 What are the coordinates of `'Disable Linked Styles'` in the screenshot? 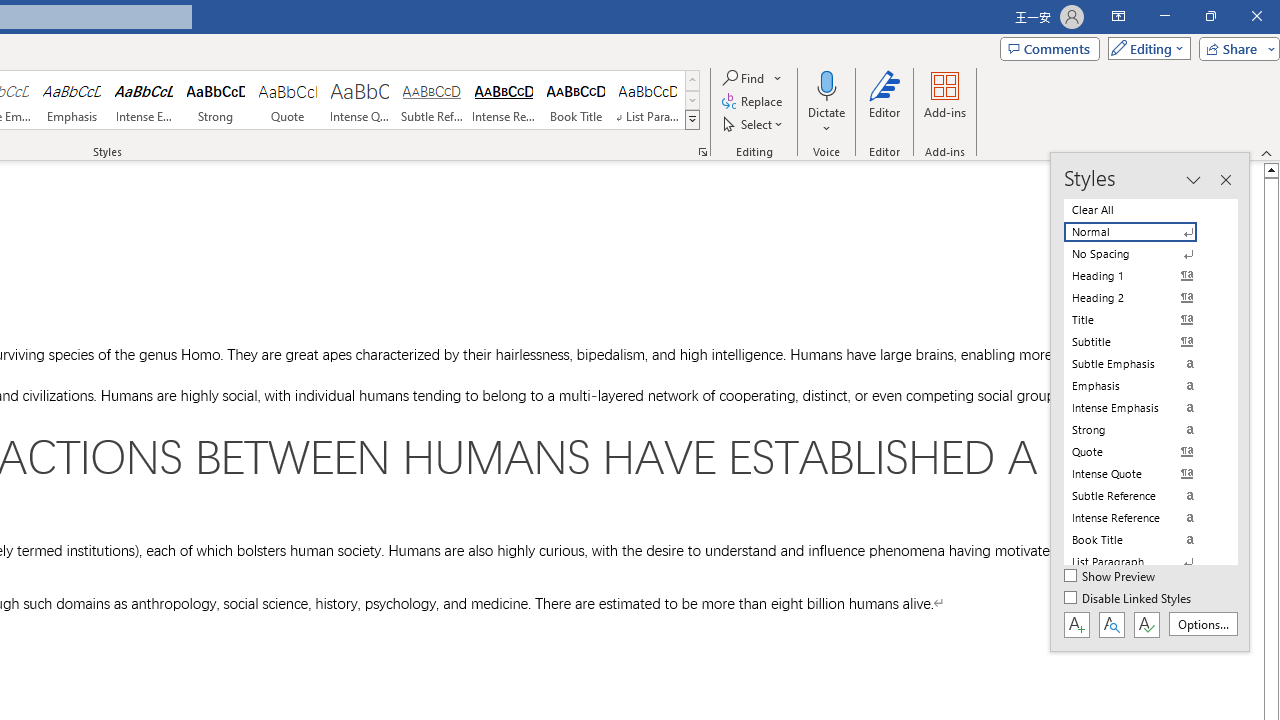 It's located at (1129, 598).